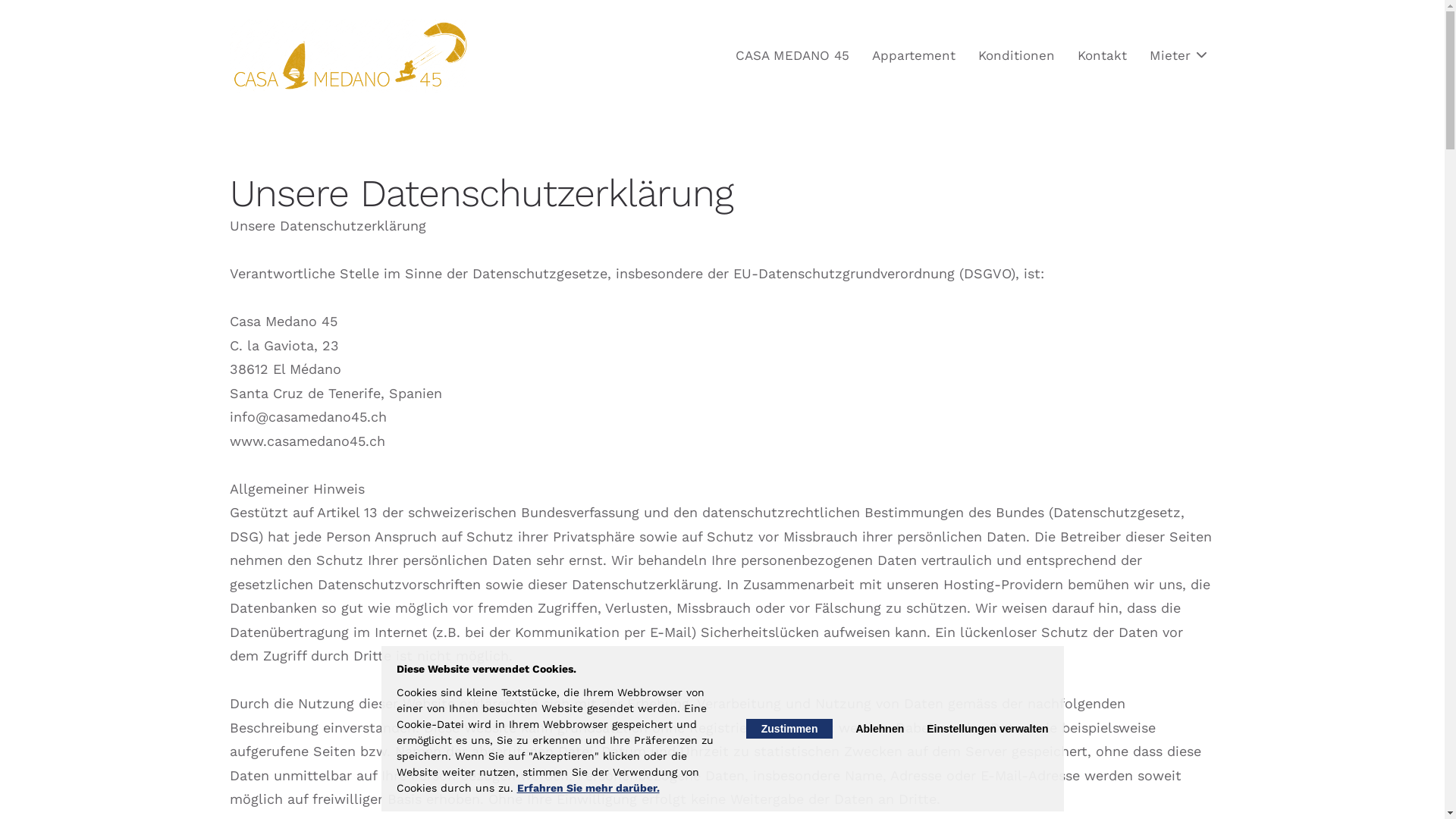  What do you see at coordinates (880, 727) in the screenshot?
I see `'Ablehnen'` at bounding box center [880, 727].